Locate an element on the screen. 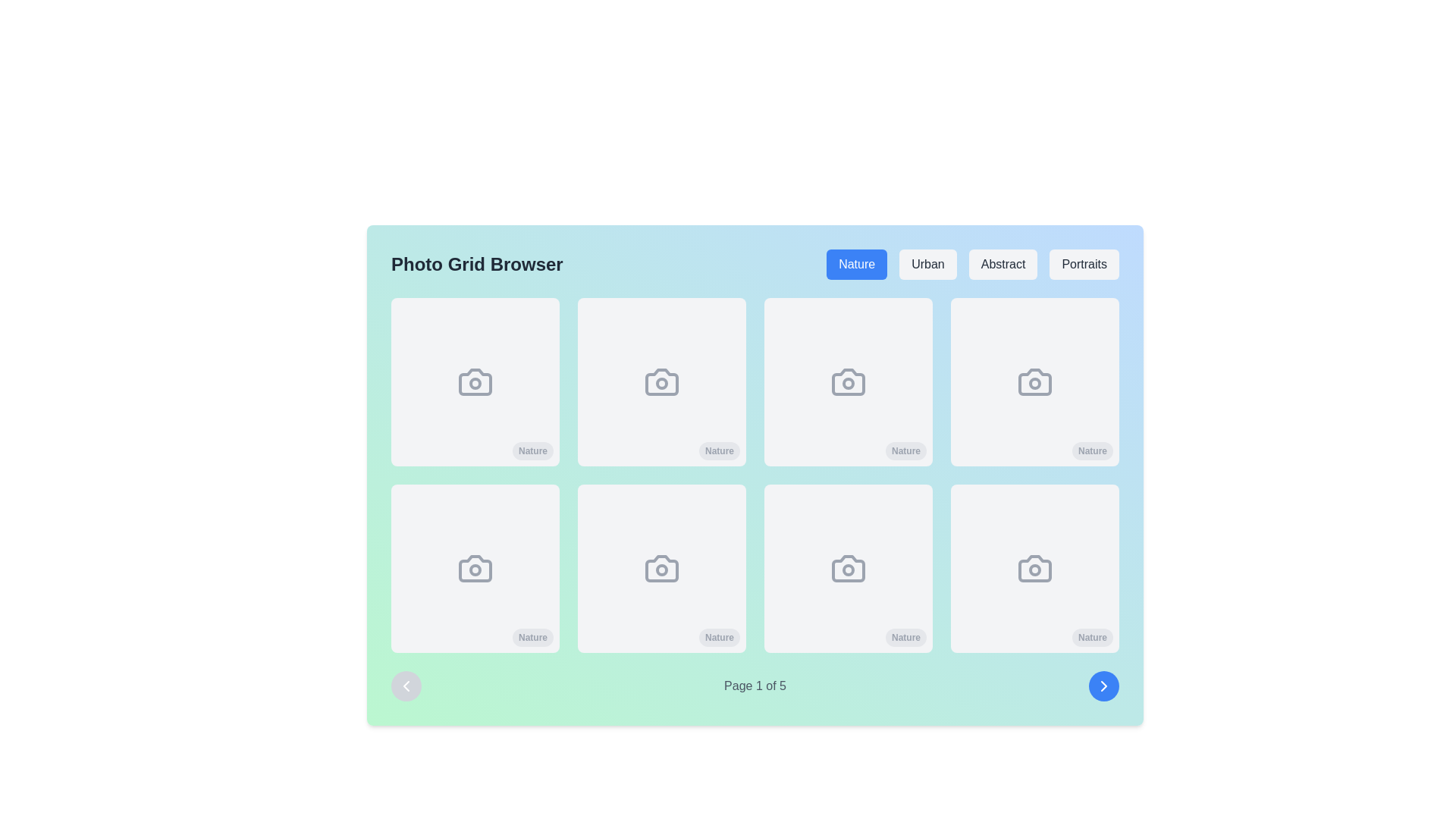 Image resolution: width=1456 pixels, height=819 pixels. the grid item labeled 'Nature' with a camera icon is located at coordinates (662, 568).